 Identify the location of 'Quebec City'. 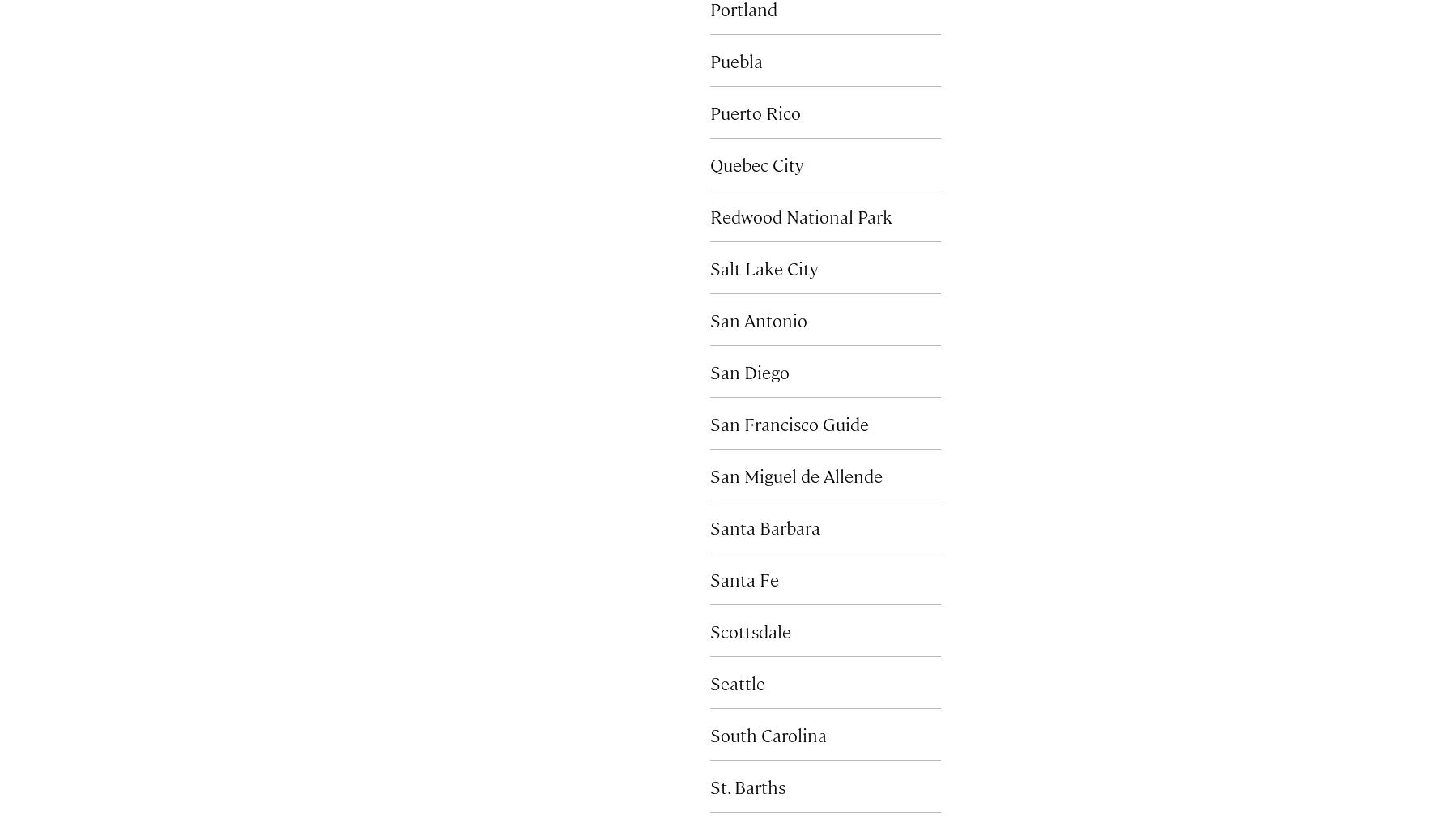
(756, 163).